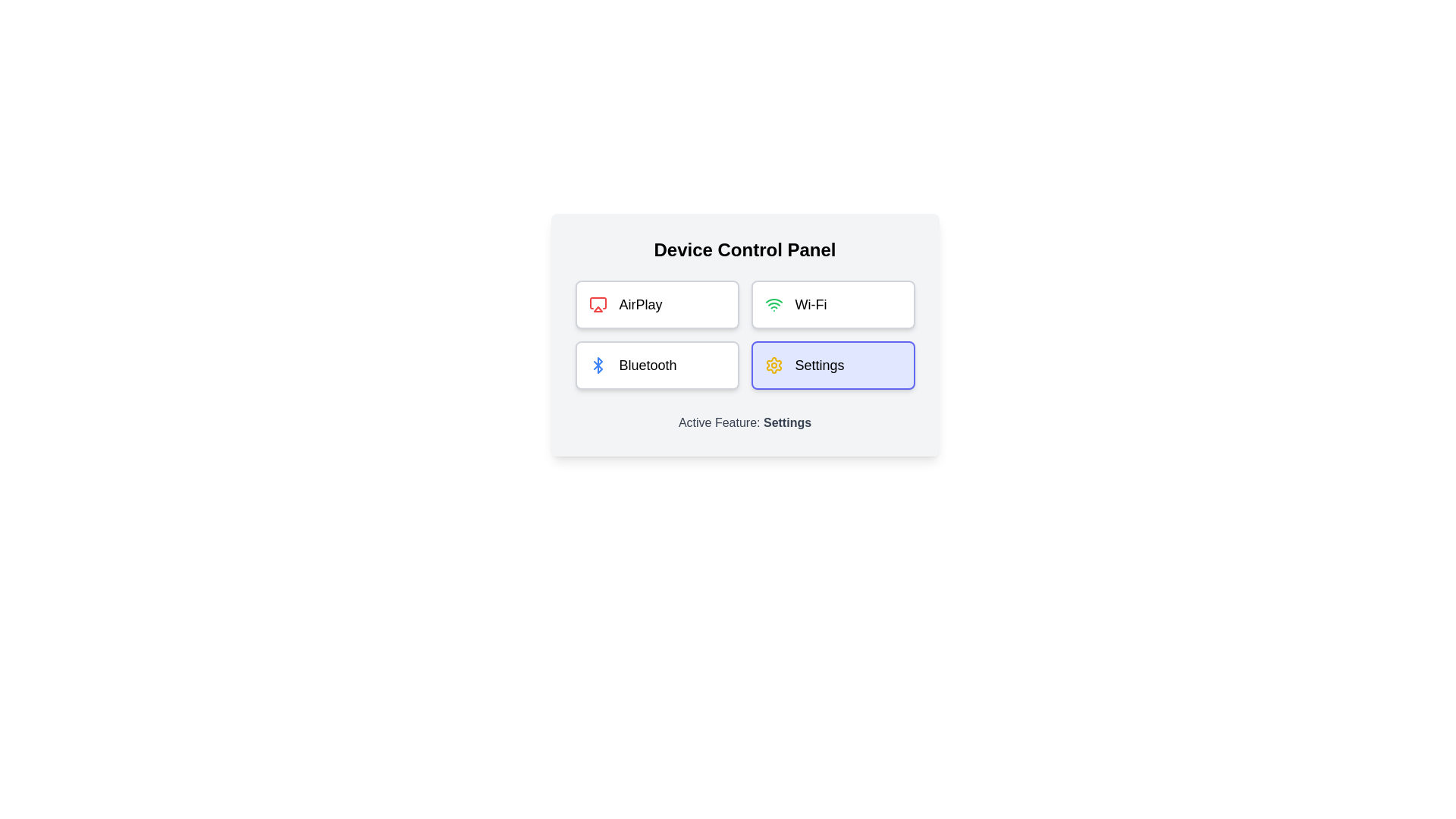  Describe the element at coordinates (832, 304) in the screenshot. I see `the button corresponding to the feature Wi-Fi` at that location.